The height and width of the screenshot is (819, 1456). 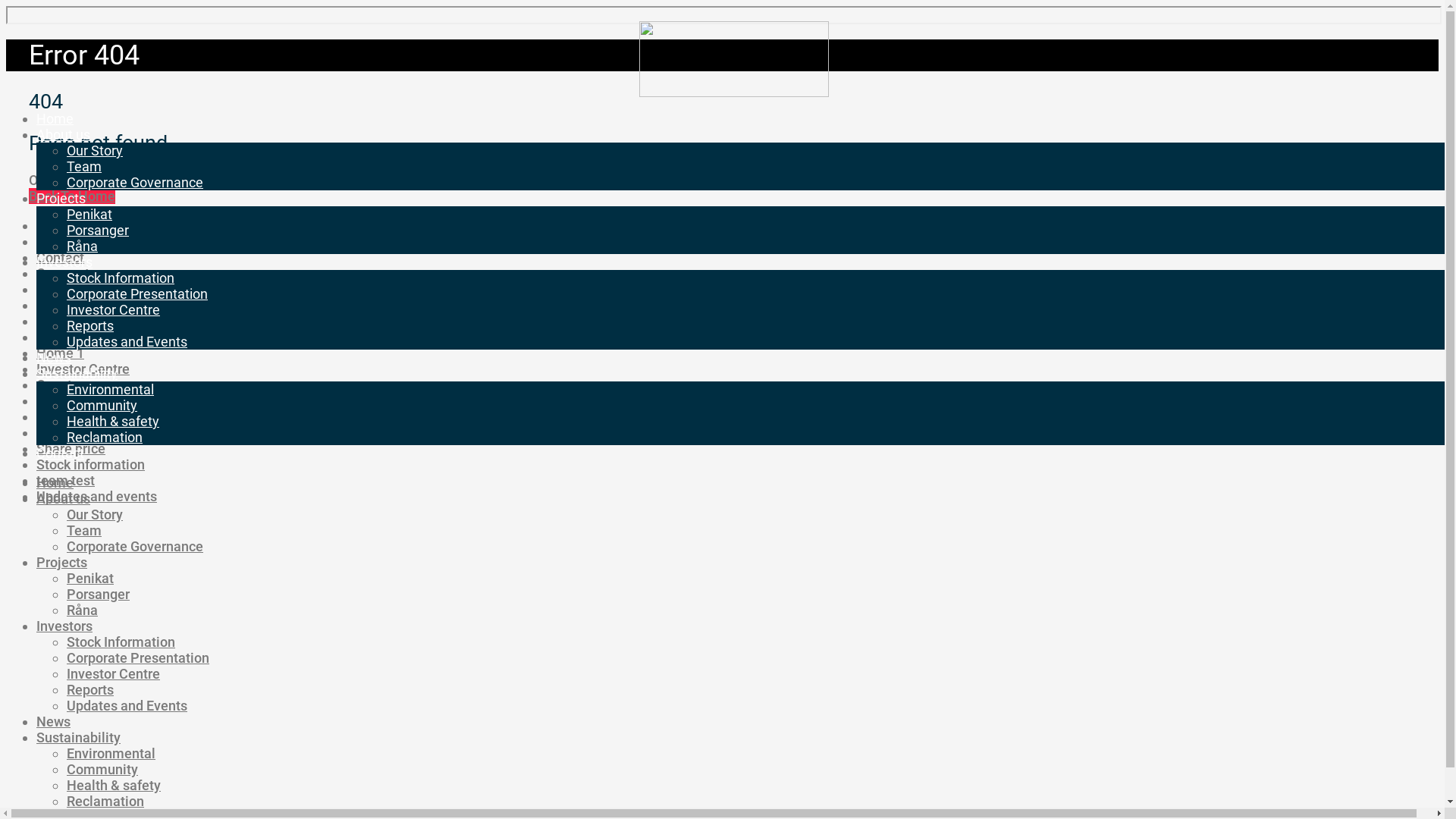 I want to click on 'About us', so click(x=62, y=133).